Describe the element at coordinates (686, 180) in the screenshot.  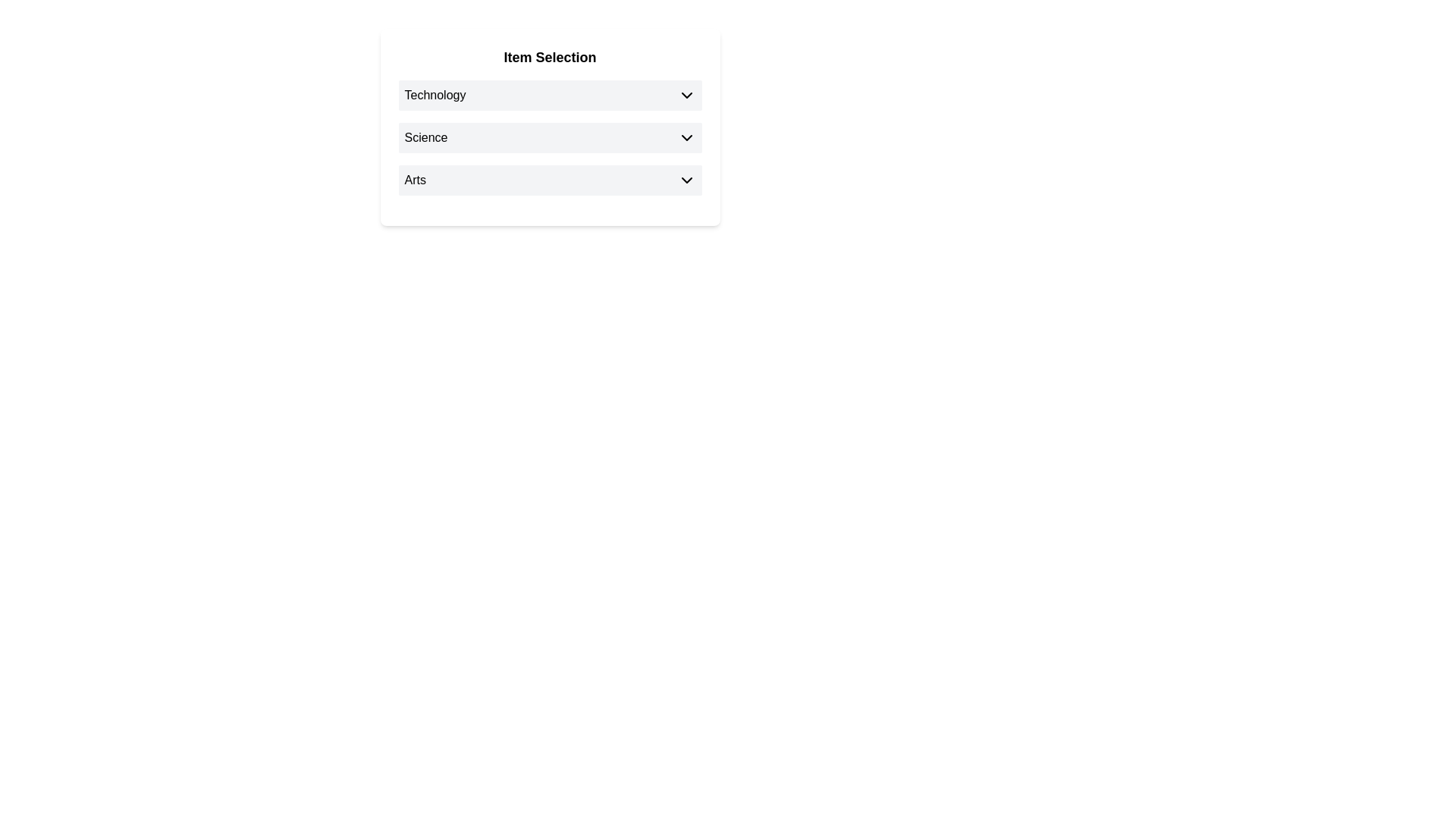
I see `the dropdown toggle icon located at the far right of the 'Arts' row` at that location.